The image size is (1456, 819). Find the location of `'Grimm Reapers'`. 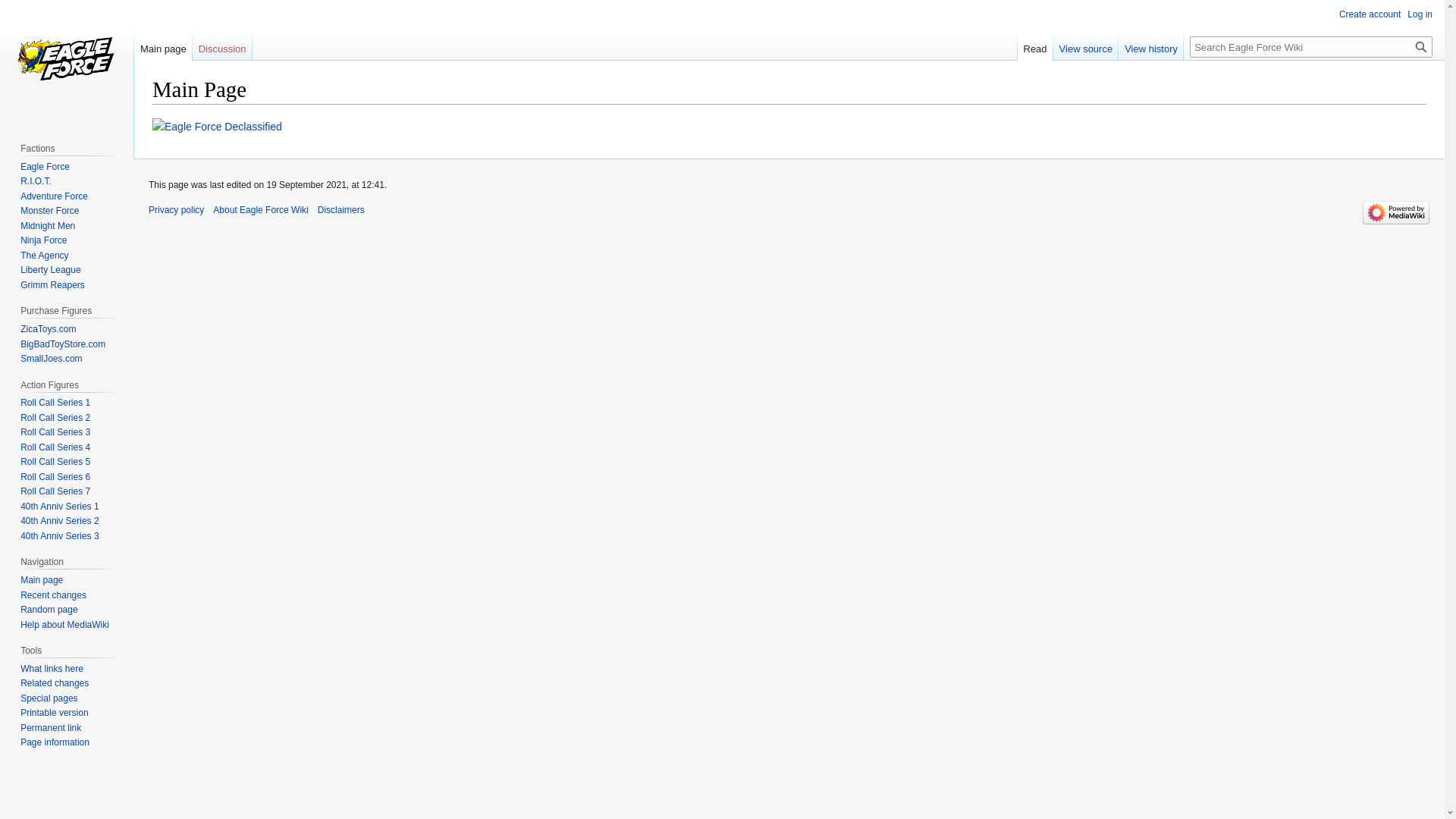

'Grimm Reapers' is located at coordinates (52, 284).